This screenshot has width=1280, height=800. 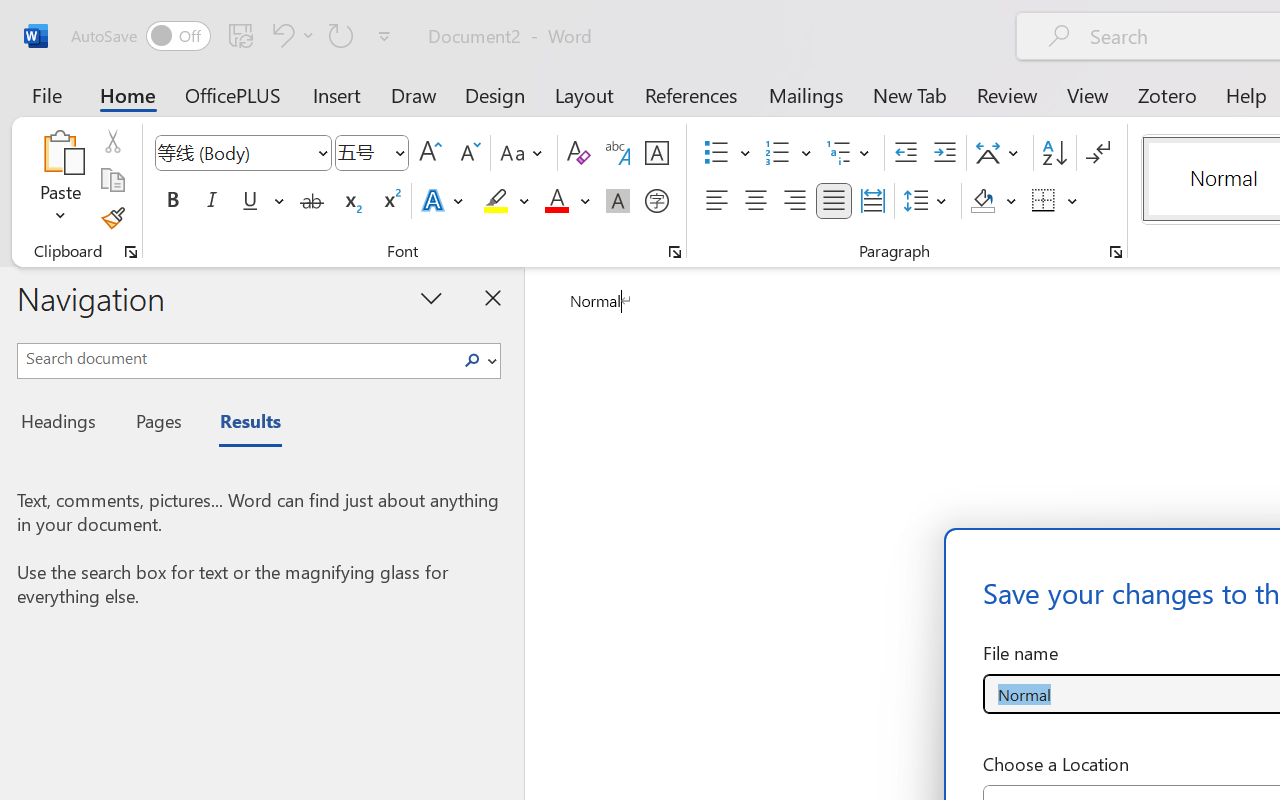 What do you see at coordinates (46, 94) in the screenshot?
I see `'File Tab'` at bounding box center [46, 94].